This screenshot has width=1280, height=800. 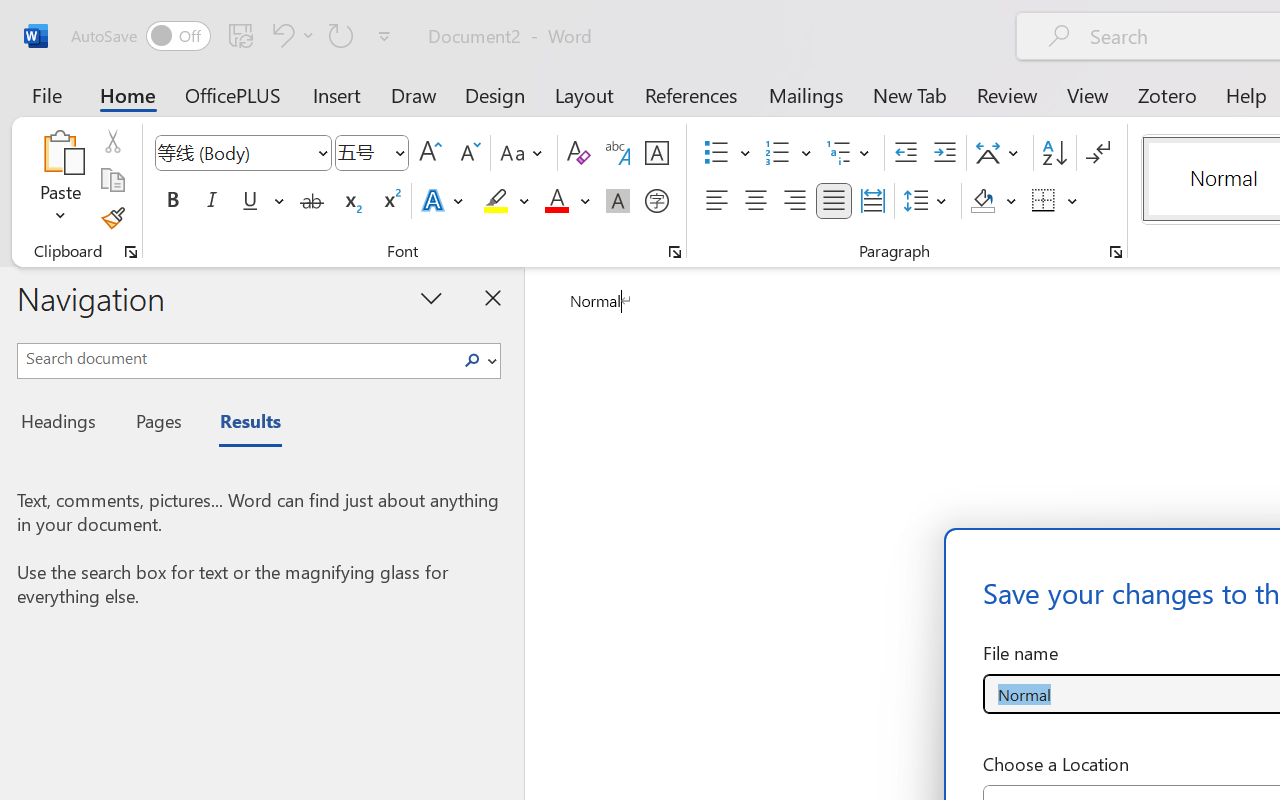 What do you see at coordinates (46, 94) in the screenshot?
I see `'File Tab'` at bounding box center [46, 94].